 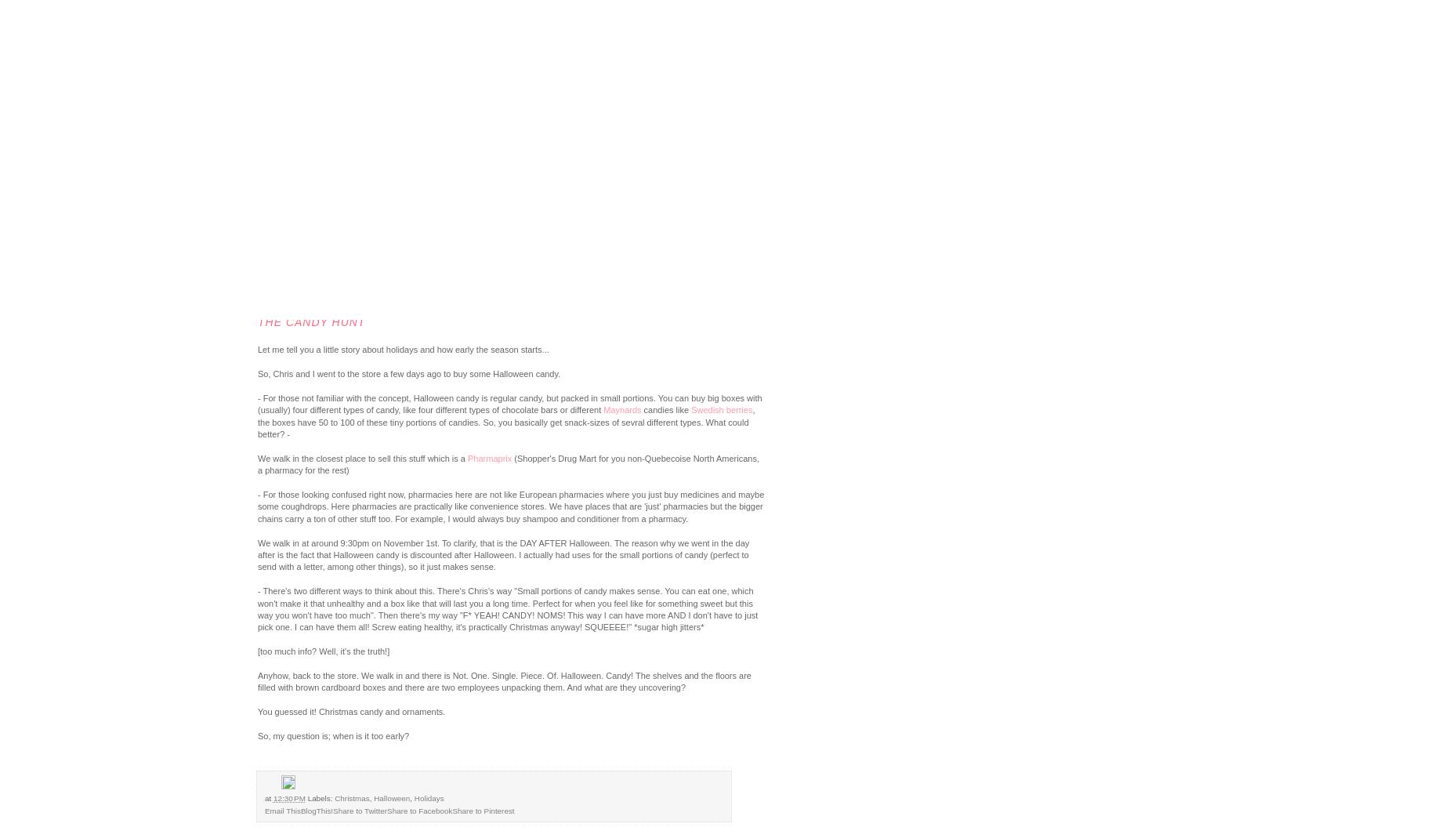 I want to click on 'We walk in at around 9:30pm on November 1st. To clarify, that is the DAY AFTER Halloween. The reason why we went in the day after is the fact that Halloween candy is discounted after Halloween. I actually had uses for the small portions of candy (perfect to send with a letter, among other things), so it just makes sense.', so click(x=502, y=553).